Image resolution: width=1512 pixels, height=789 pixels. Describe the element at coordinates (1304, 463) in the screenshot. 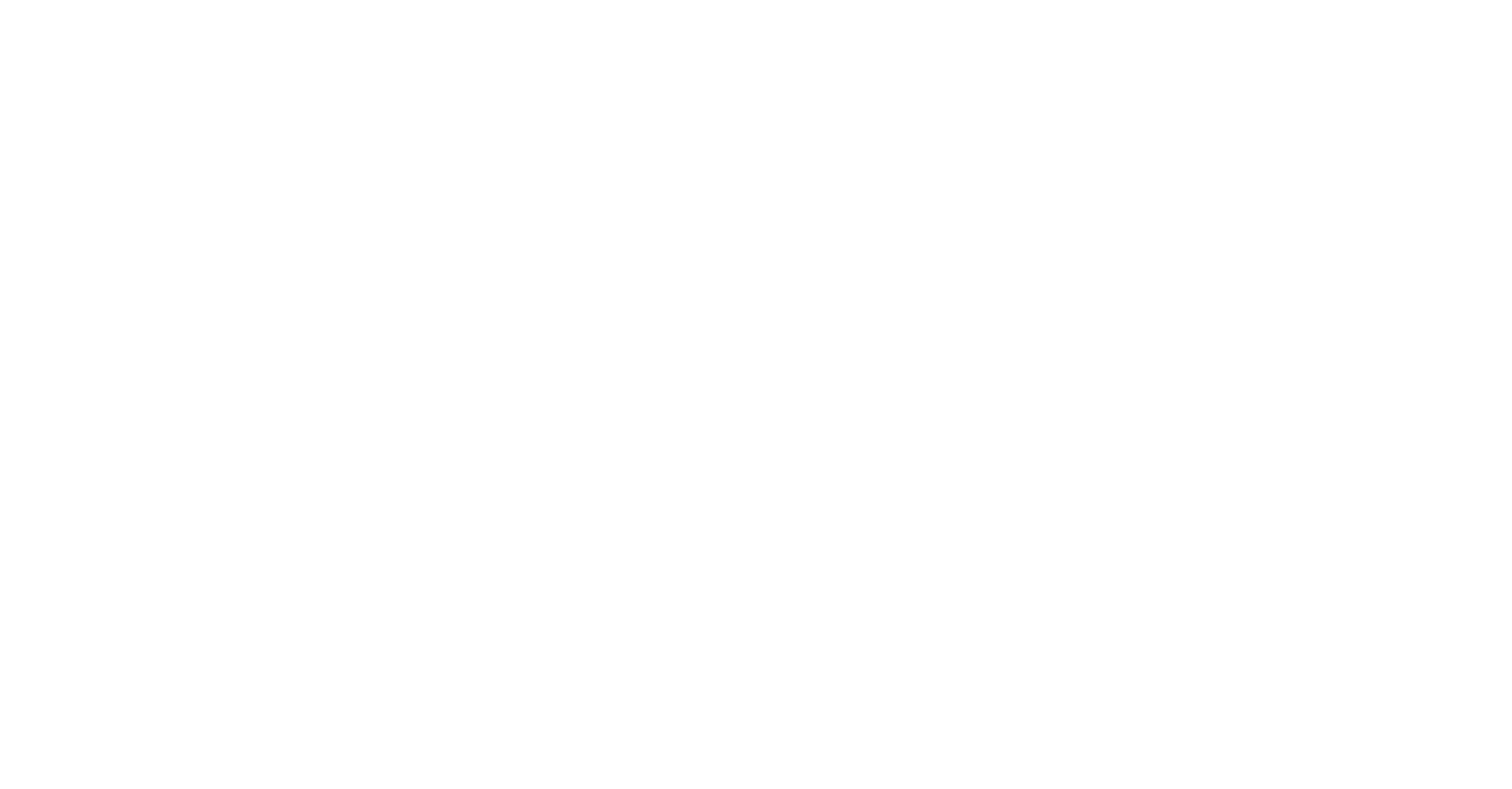

I see `'Weitere Informationen'` at that location.